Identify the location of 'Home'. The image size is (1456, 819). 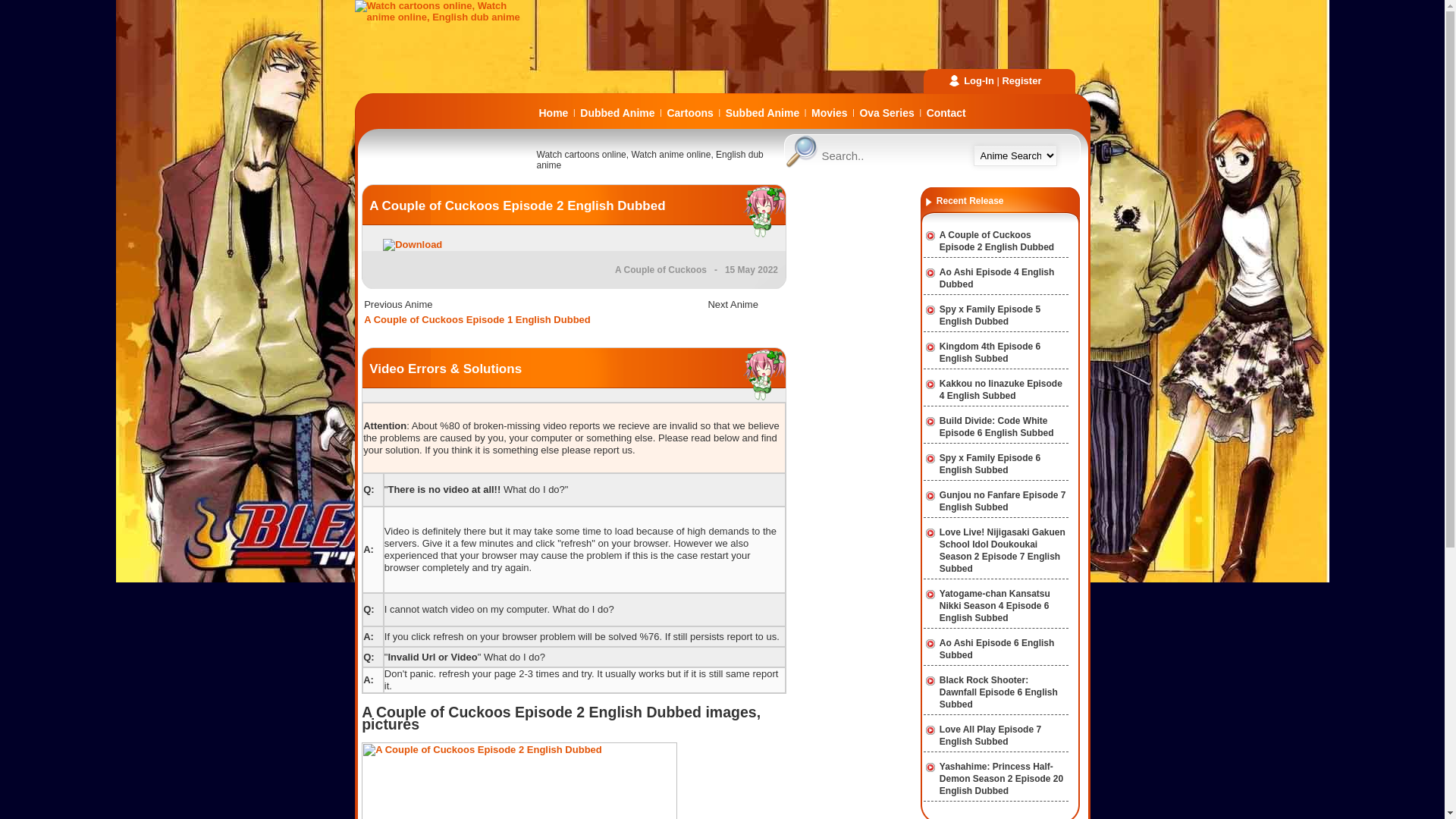
(552, 112).